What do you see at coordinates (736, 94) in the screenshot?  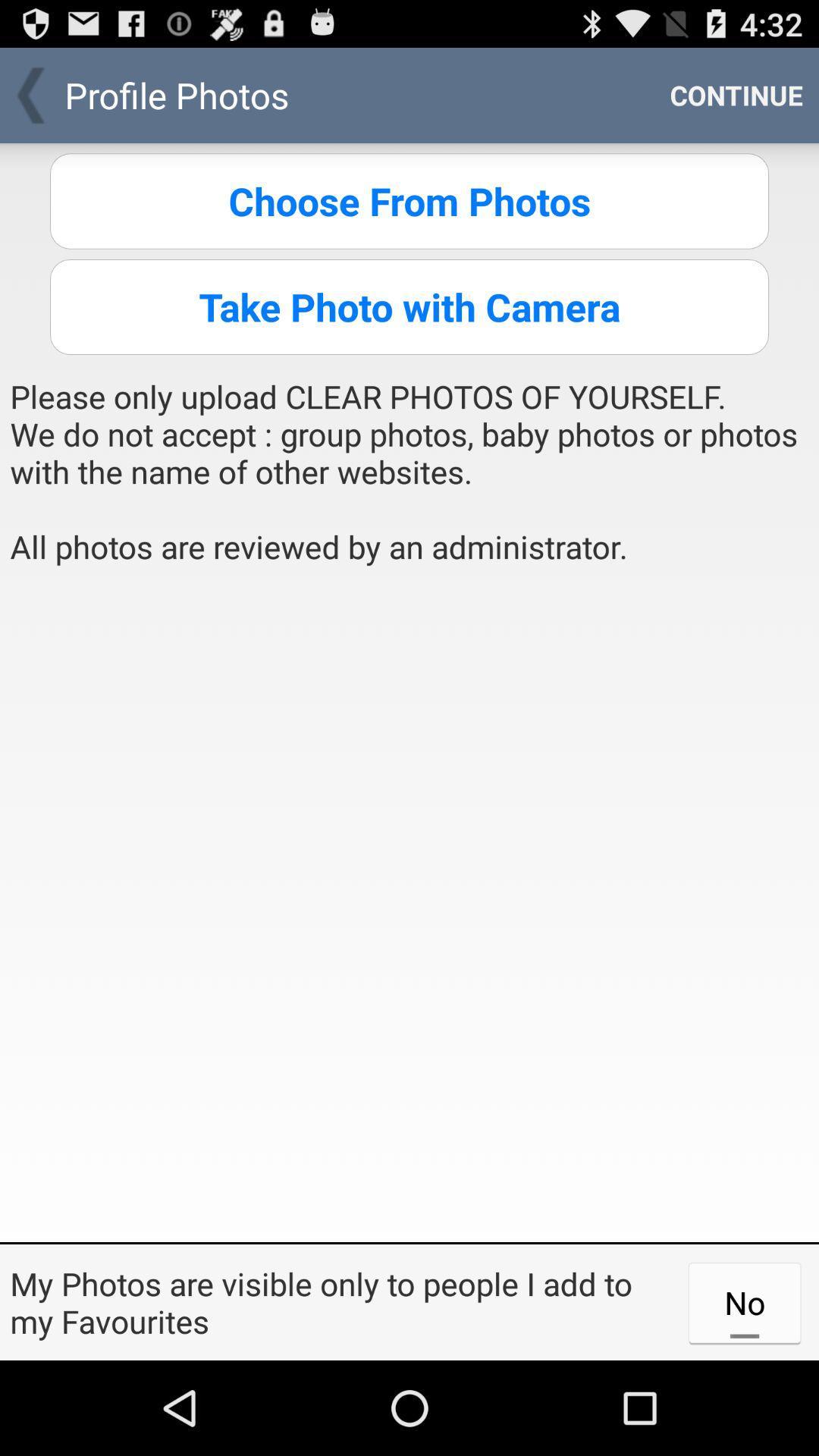 I see `continue item` at bounding box center [736, 94].